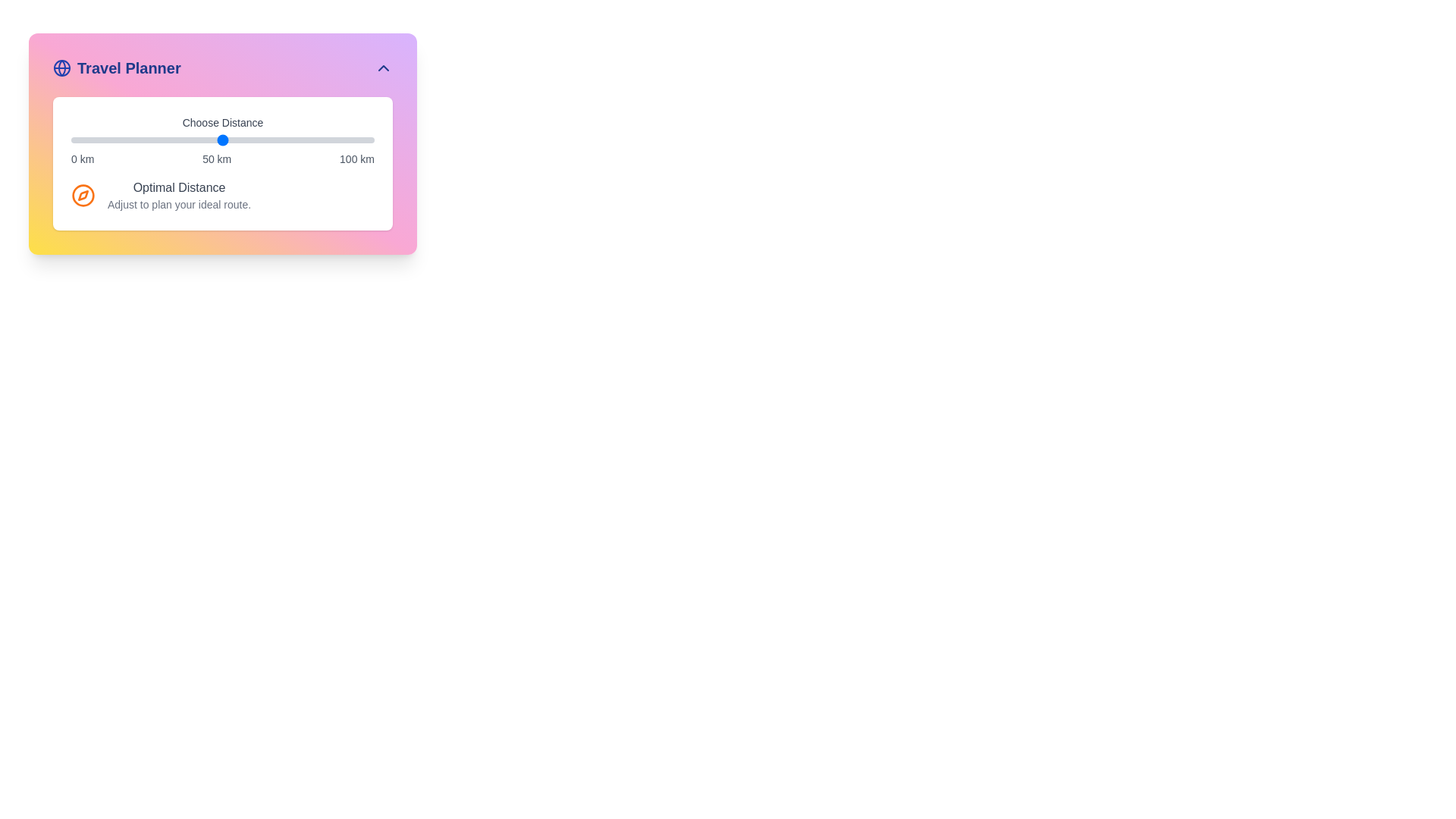  Describe the element at coordinates (109, 140) in the screenshot. I see `the distance slider` at that location.